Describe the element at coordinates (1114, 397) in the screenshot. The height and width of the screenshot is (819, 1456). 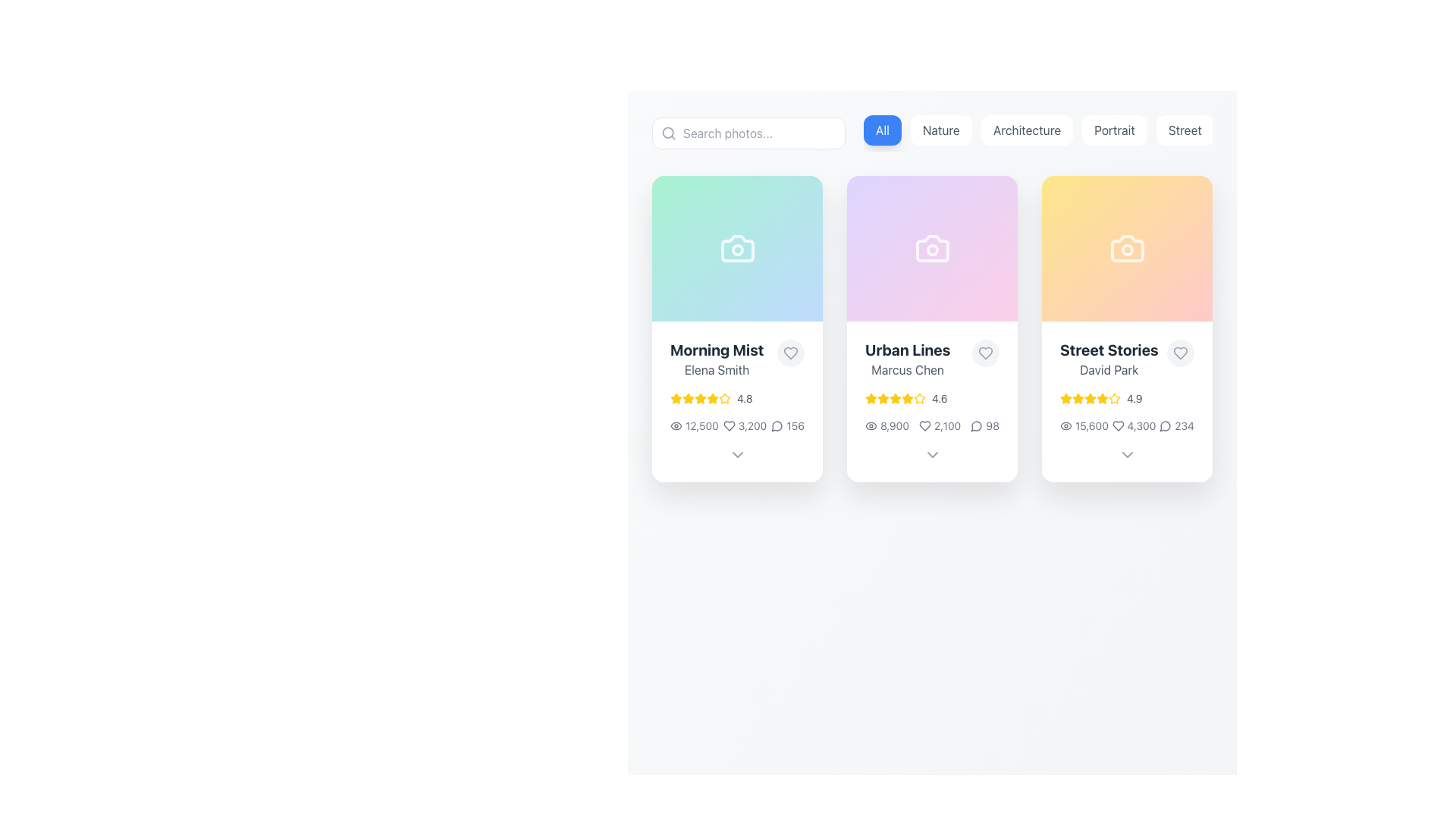
I see `the fifth star icon representing the maximum rating in the 'Street Stories' card` at that location.